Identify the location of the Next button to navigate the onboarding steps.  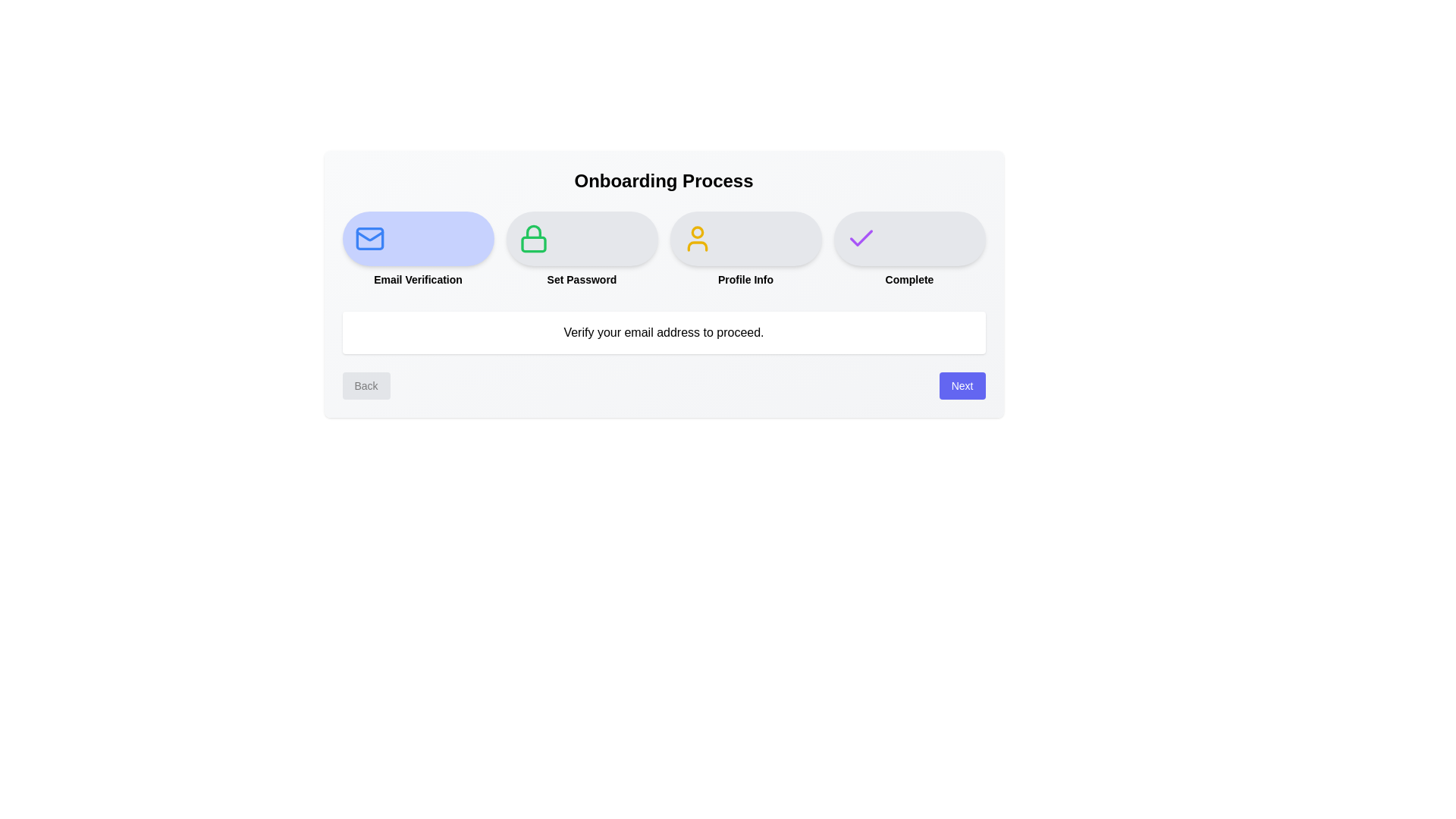
(961, 385).